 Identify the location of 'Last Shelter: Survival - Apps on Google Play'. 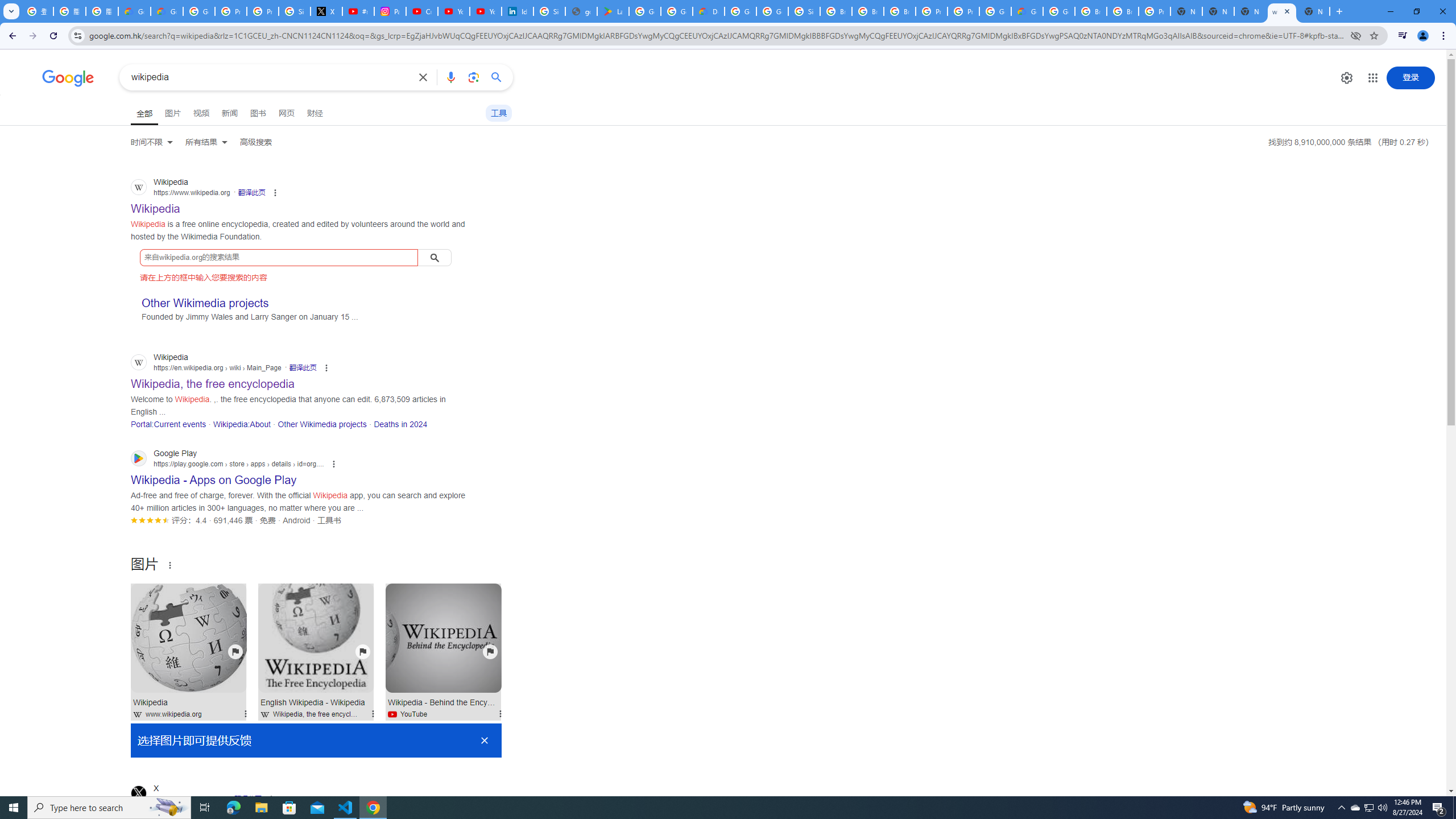
(614, 11).